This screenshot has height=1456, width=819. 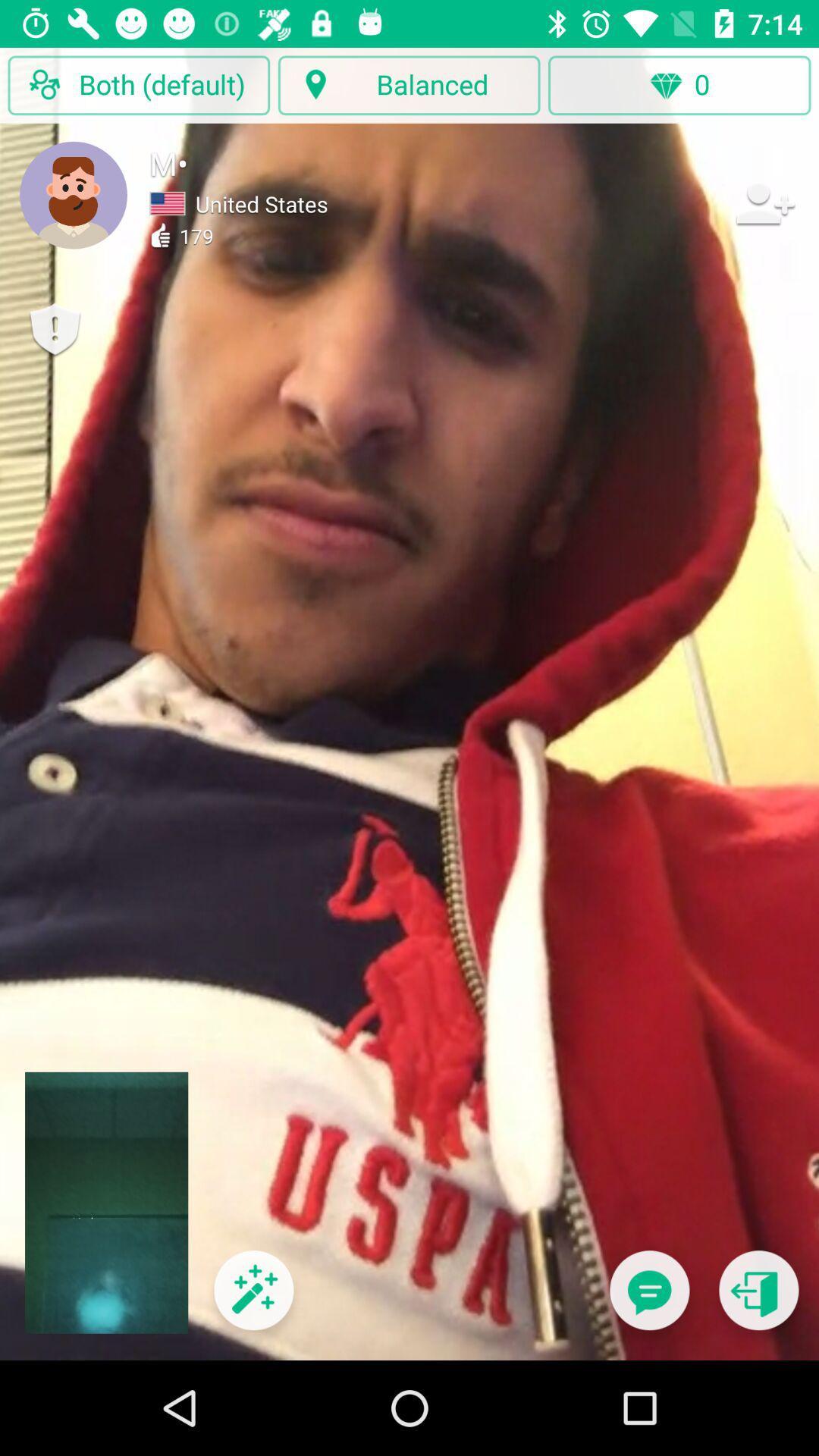 What do you see at coordinates (54, 329) in the screenshot?
I see `the warning icon` at bounding box center [54, 329].